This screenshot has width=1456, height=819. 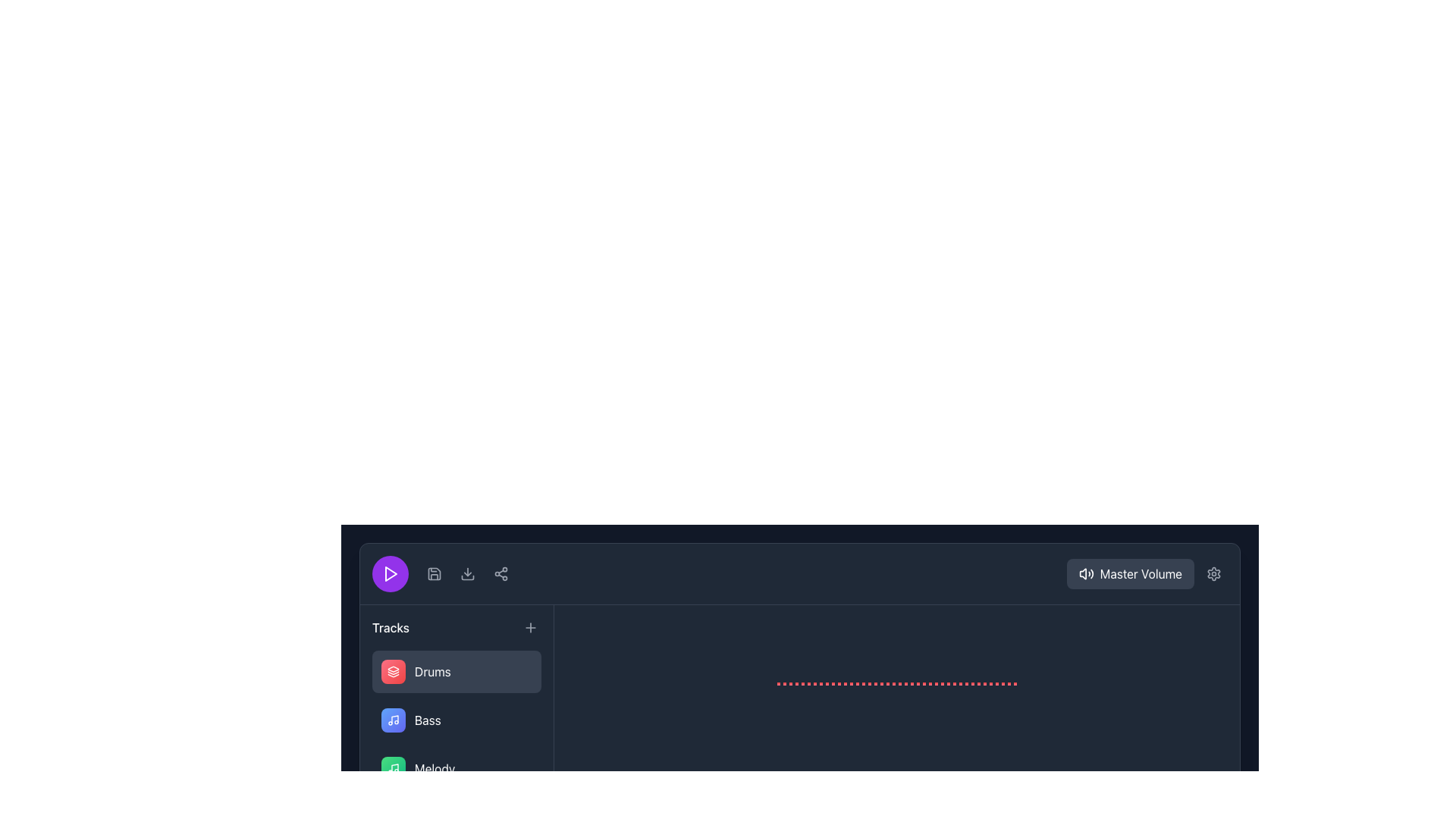 I want to click on the small gray save icon located in the toolbar, positioned to the right of the large circular play button, so click(x=433, y=573).